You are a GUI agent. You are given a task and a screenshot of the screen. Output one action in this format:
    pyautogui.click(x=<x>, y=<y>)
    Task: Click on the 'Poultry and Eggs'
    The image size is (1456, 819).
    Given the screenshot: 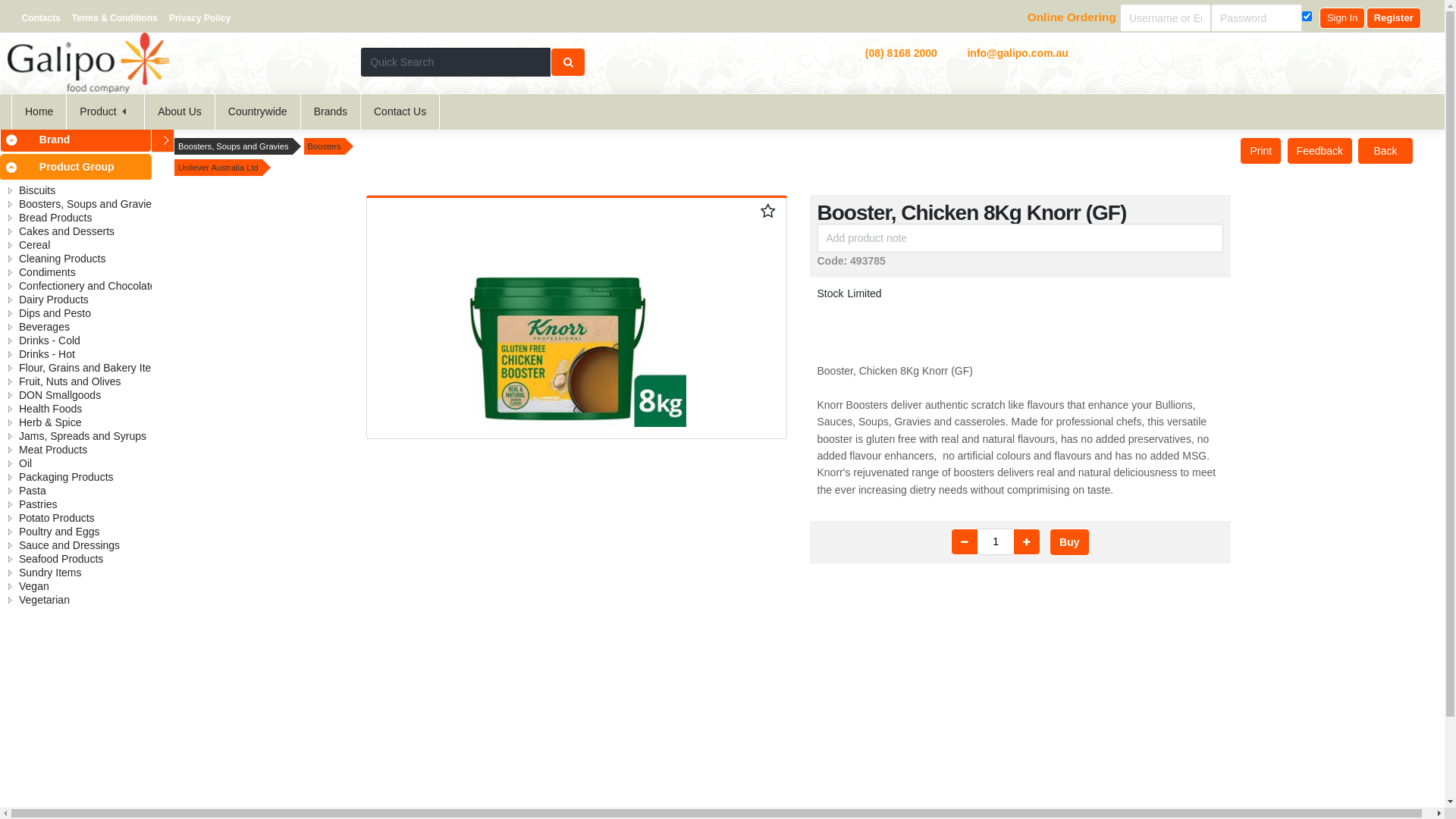 What is the action you would take?
    pyautogui.click(x=59, y=531)
    